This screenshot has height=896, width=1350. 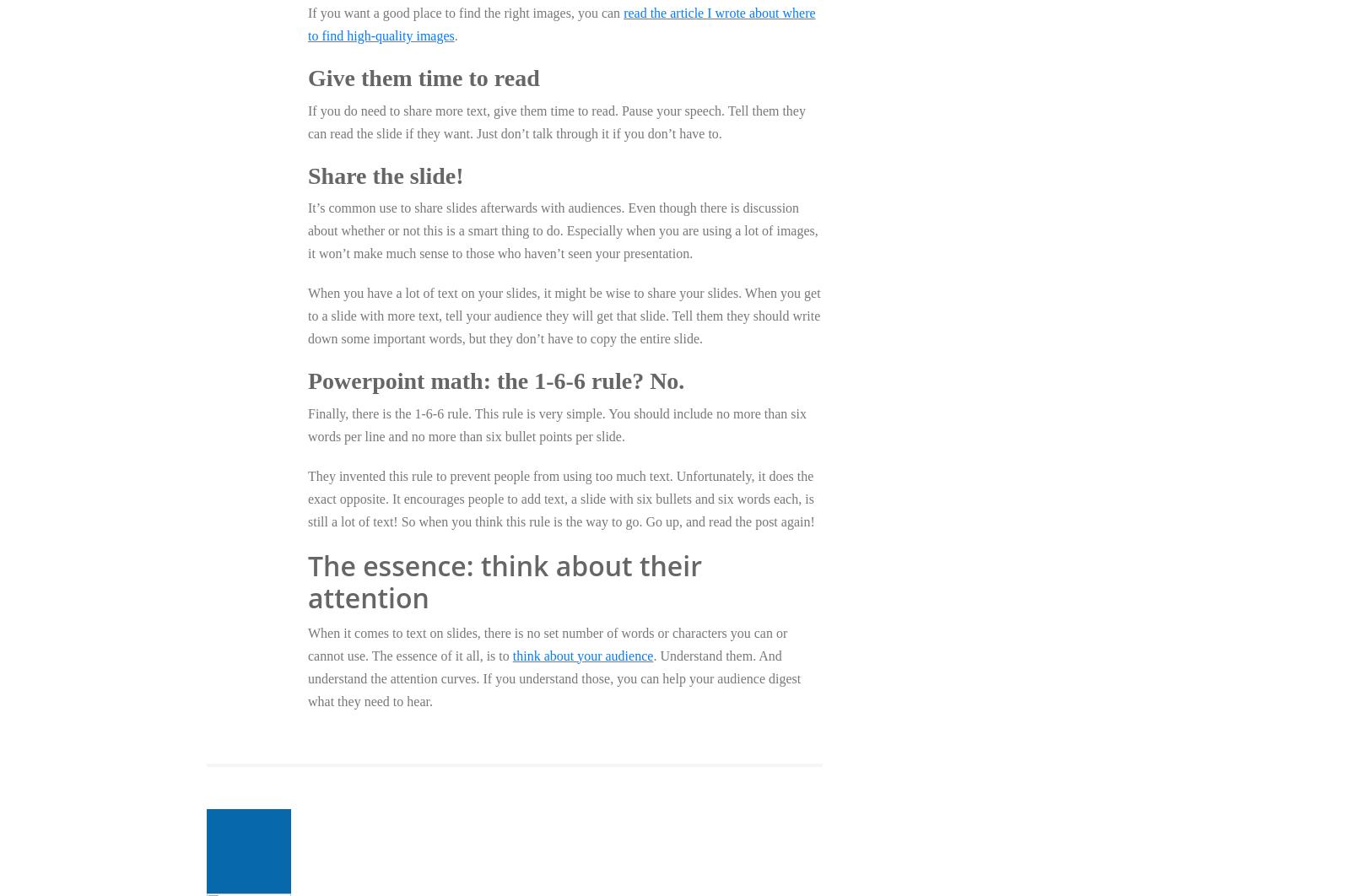 I want to click on 'It’s common use to share slides afterwards with audiences. Even though there is discussion about whether or not this is a smart thing to do. Especially when you are using a lot of images, it won’t make much sense to those who haven’t seen your presentation.', so click(x=307, y=229).